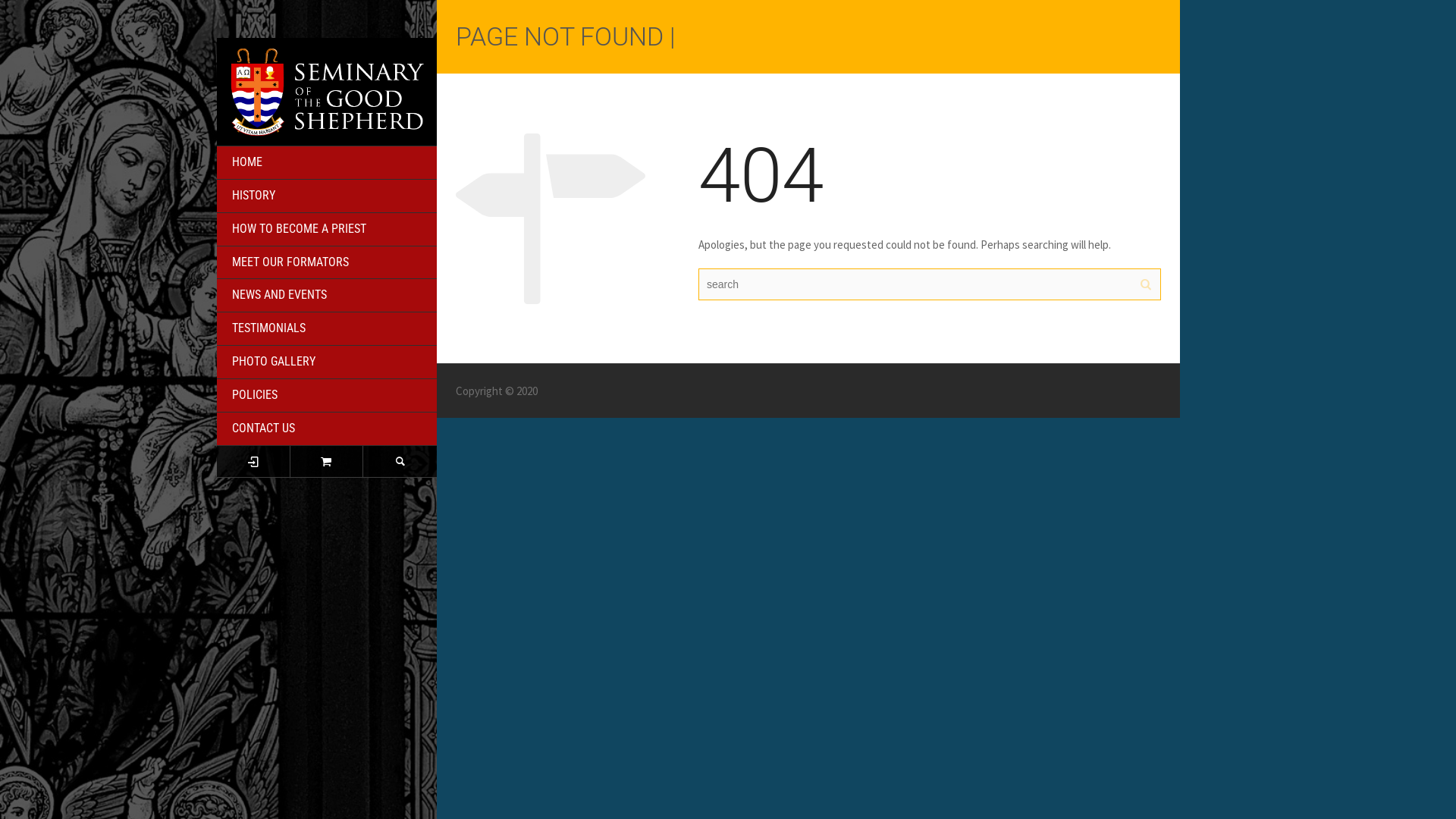 The image size is (1456, 819). What do you see at coordinates (326, 328) in the screenshot?
I see `'TESTIMONIALS'` at bounding box center [326, 328].